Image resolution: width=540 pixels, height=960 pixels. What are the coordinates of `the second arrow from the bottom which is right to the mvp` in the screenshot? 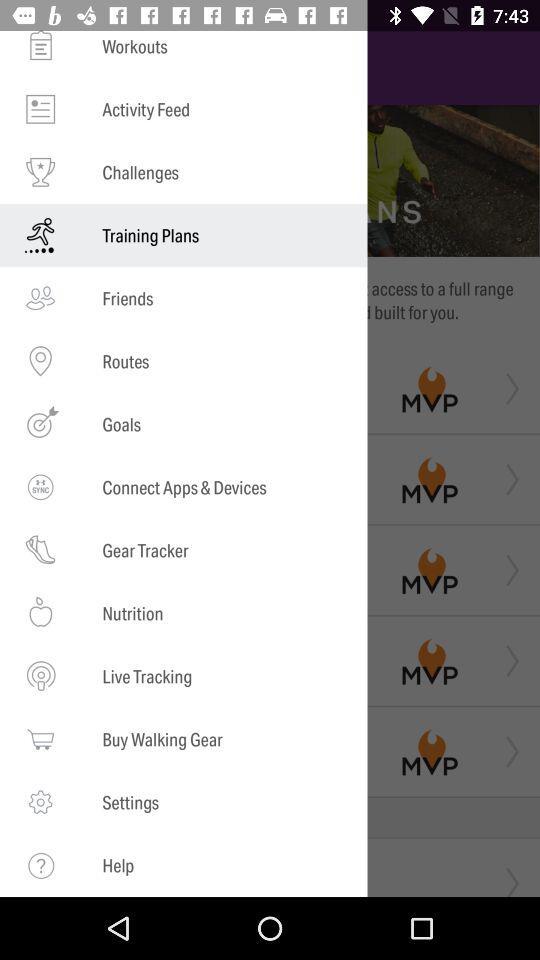 It's located at (507, 750).